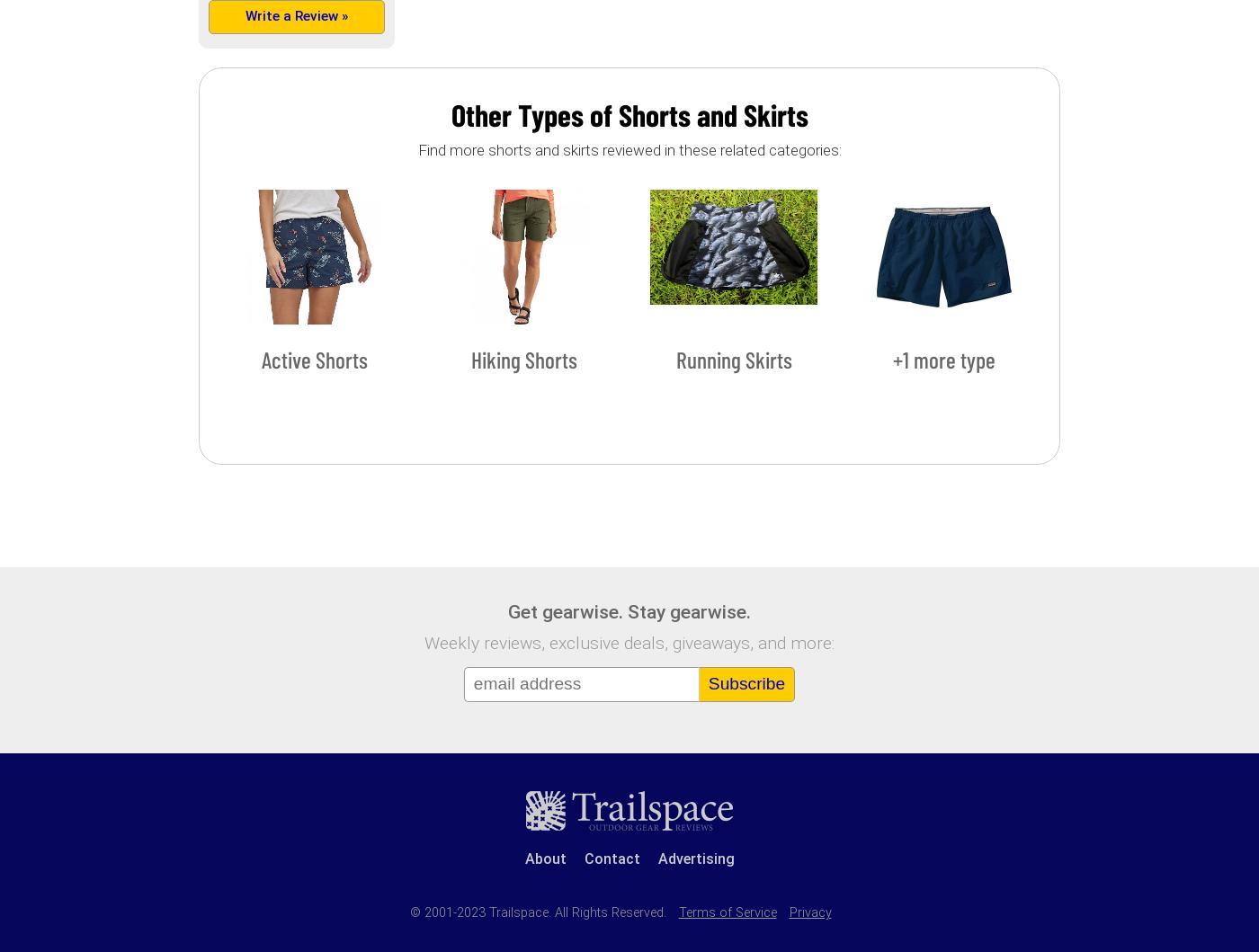 This screenshot has width=1259, height=952. I want to click on 'Weekly reviews, exclusive deals, giveaways, and more:', so click(629, 642).